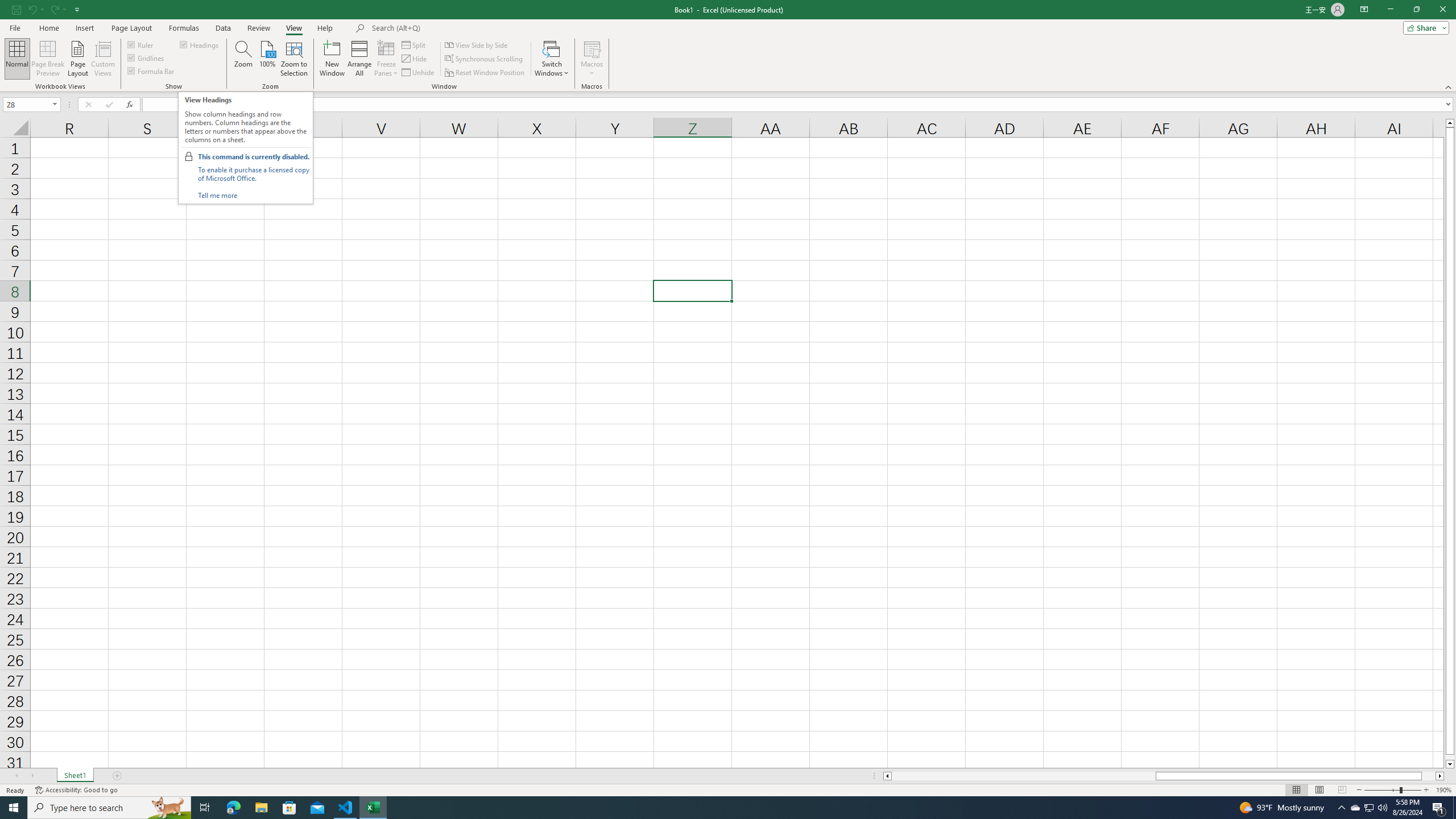 This screenshot has height=819, width=1456. I want to click on 'Macros', so click(591, 59).